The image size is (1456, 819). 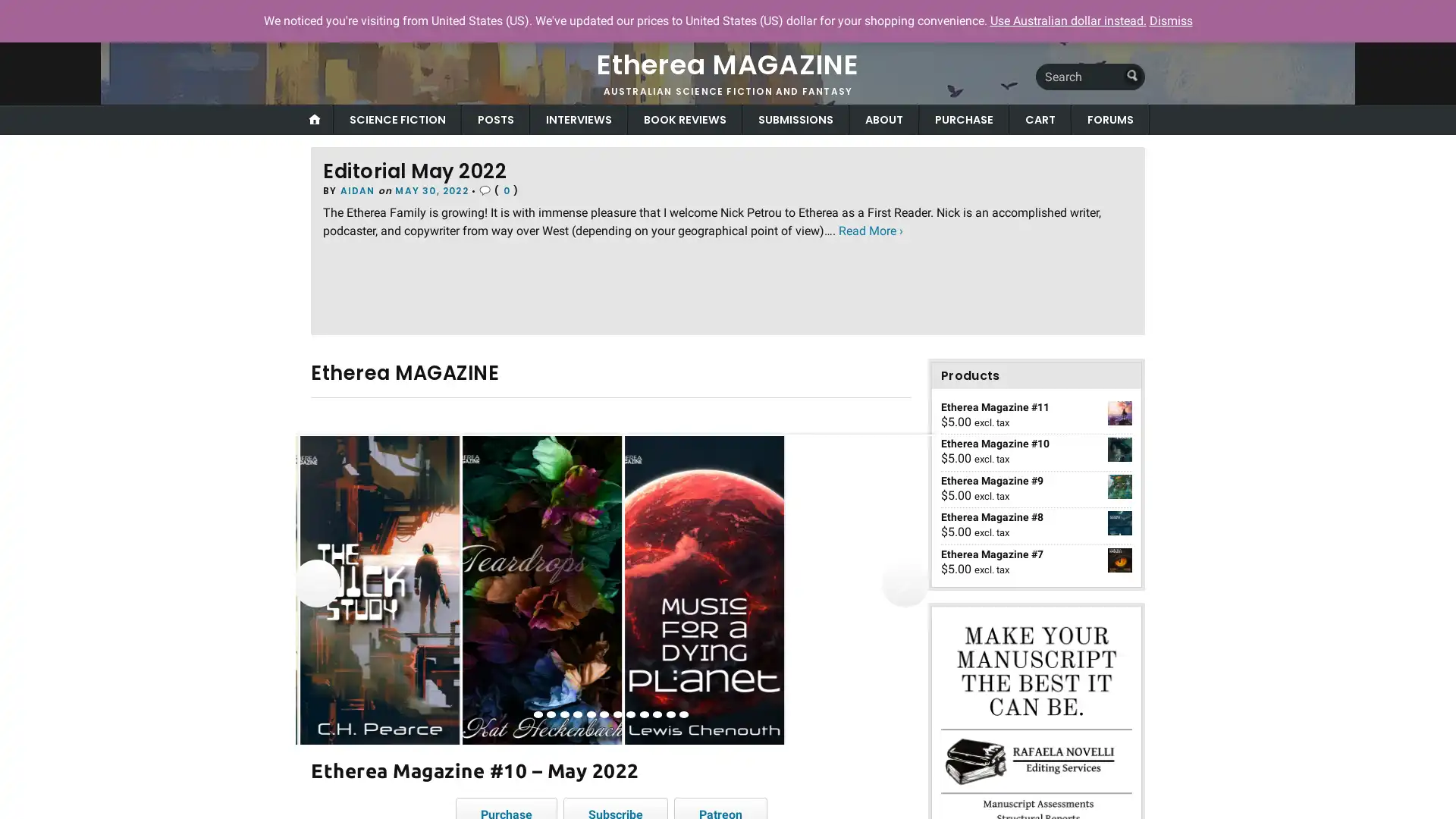 I want to click on view image 7 of 12 in carousel, so click(x=617, y=714).